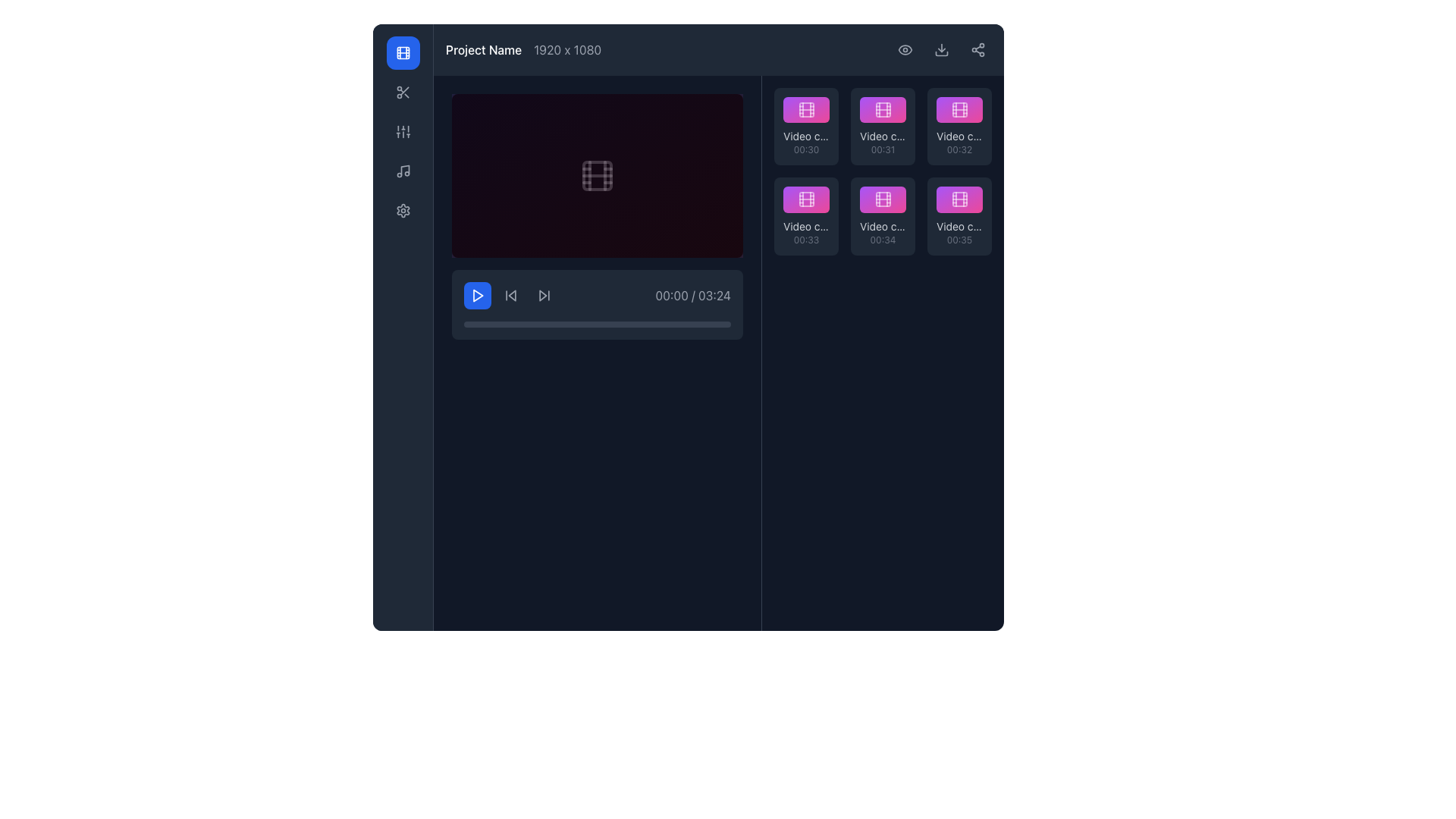 Image resolution: width=1456 pixels, height=819 pixels. What do you see at coordinates (959, 239) in the screenshot?
I see `the Text Label displaying '00:35', which is a small gray font positioned beneath 'Video clip 6' in the last column and row of the grid layout` at bounding box center [959, 239].